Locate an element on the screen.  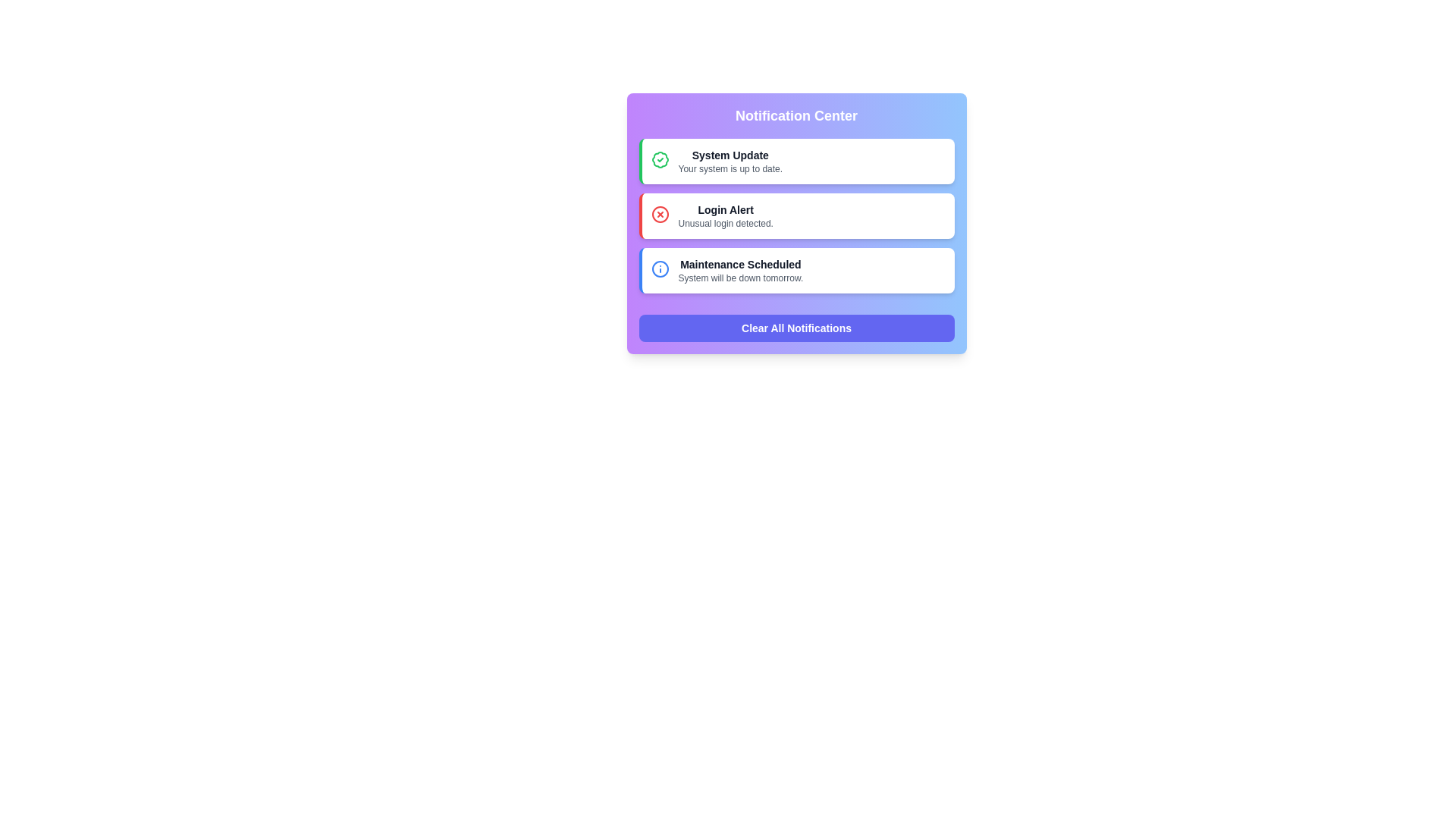
the Notification Card that informs the user about a login alert, positioned as the second notification in the Notification Center panel is located at coordinates (795, 223).